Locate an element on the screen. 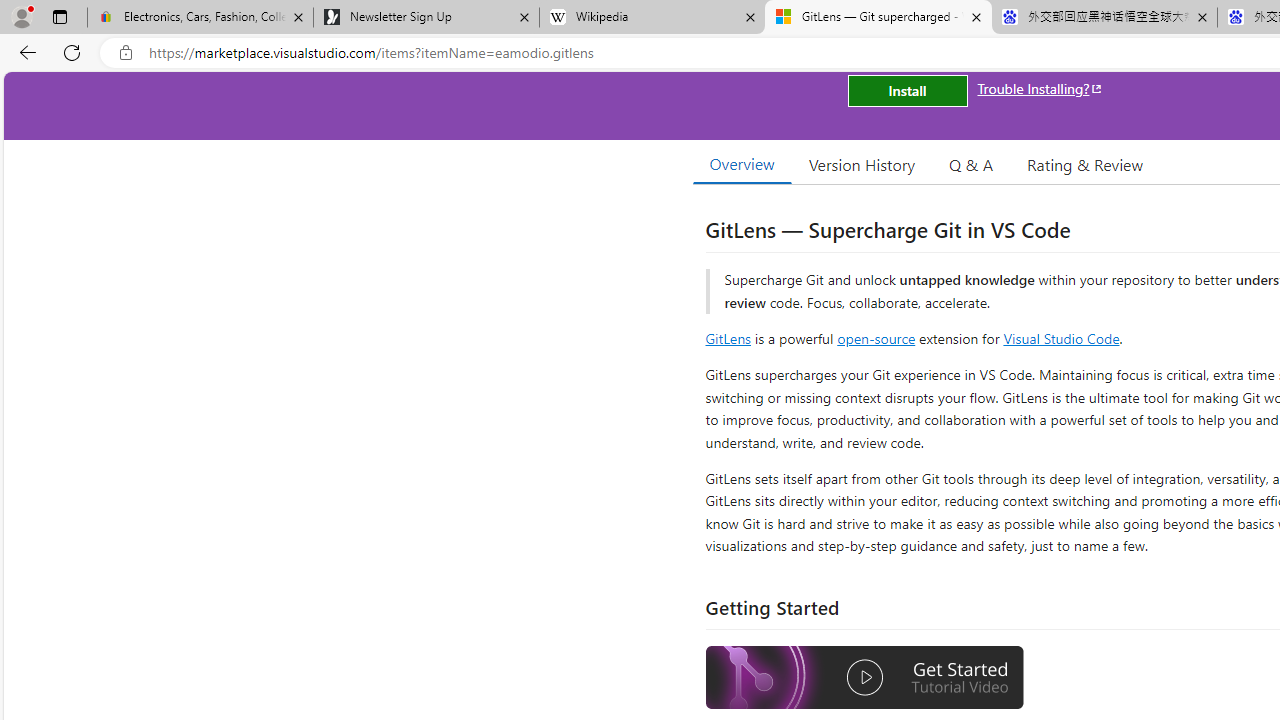 The width and height of the screenshot is (1280, 720). 'Wikipedia' is located at coordinates (652, 17).